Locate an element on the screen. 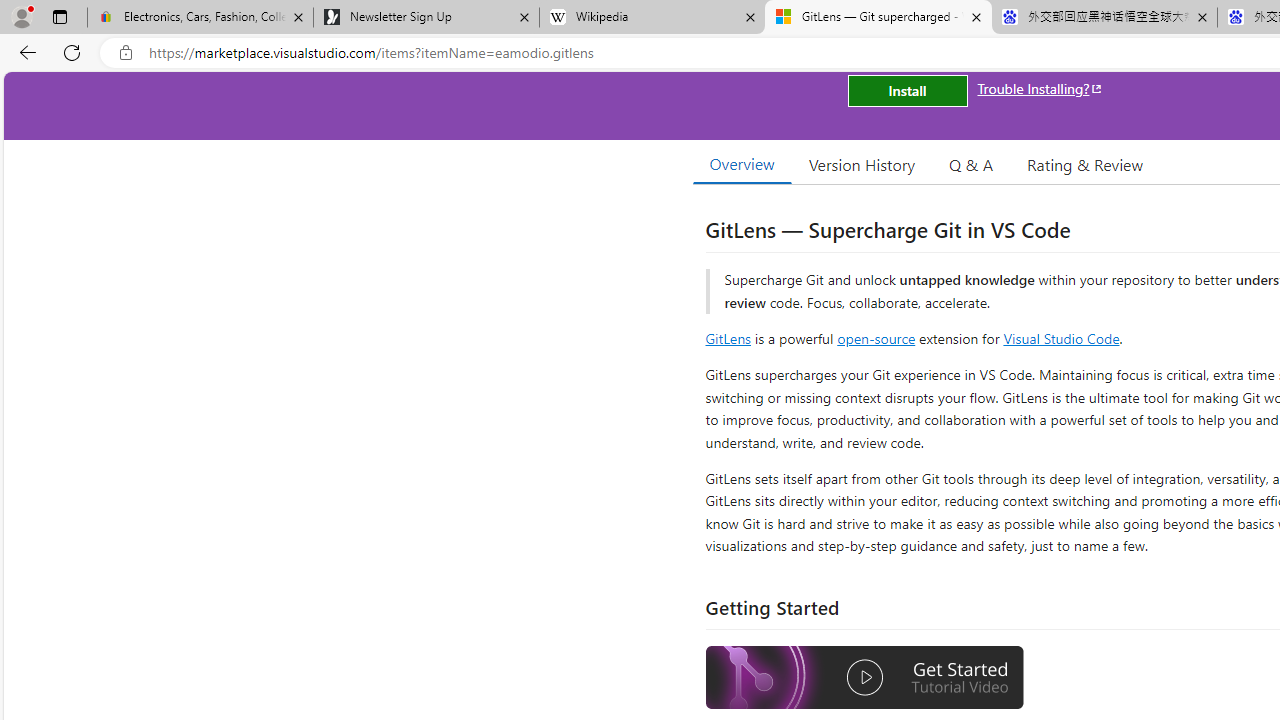 The width and height of the screenshot is (1280, 720). 'Wikipedia' is located at coordinates (652, 17).